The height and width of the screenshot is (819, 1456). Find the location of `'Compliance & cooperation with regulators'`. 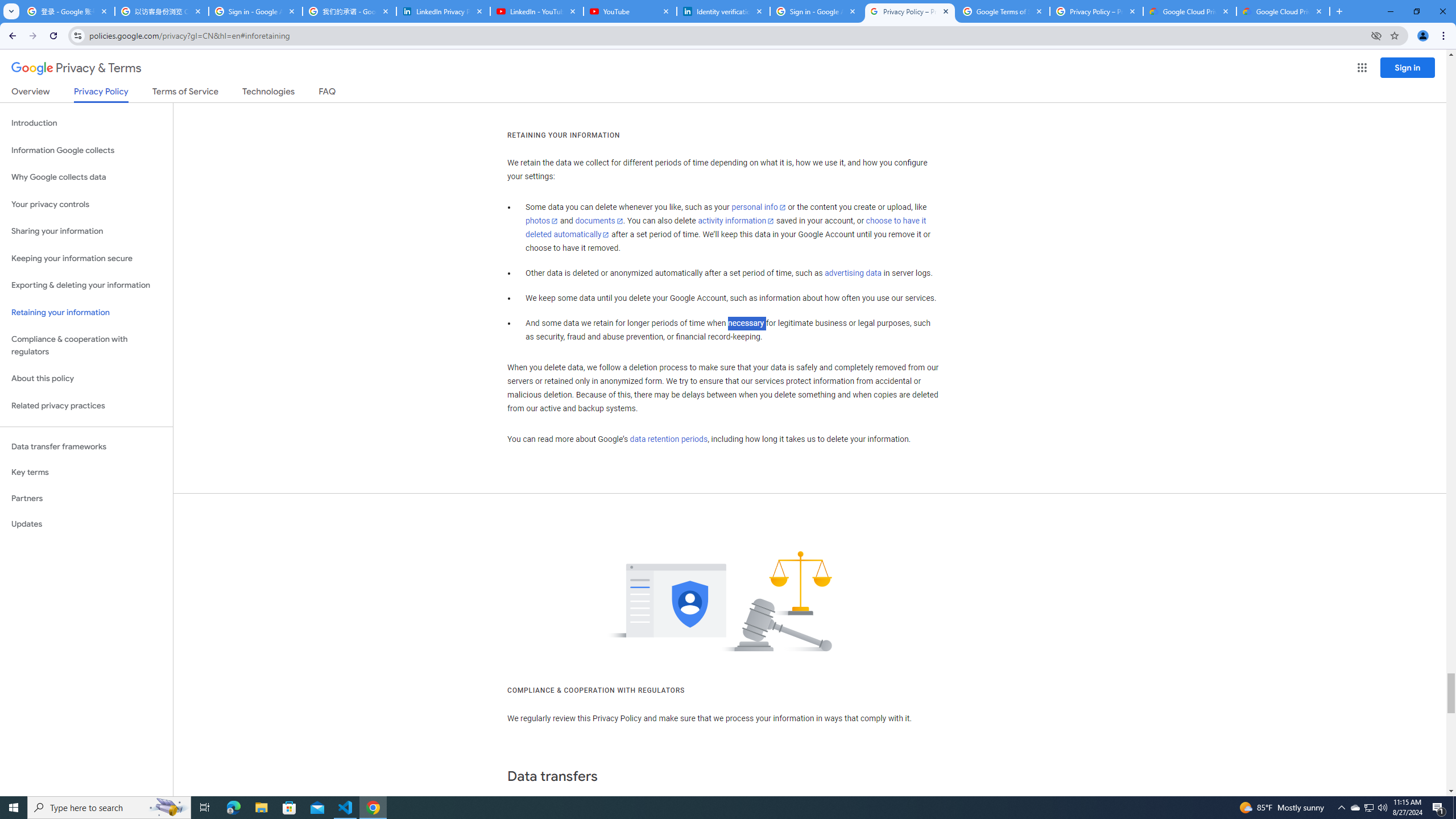

'Compliance & cooperation with regulators' is located at coordinates (86, 346).